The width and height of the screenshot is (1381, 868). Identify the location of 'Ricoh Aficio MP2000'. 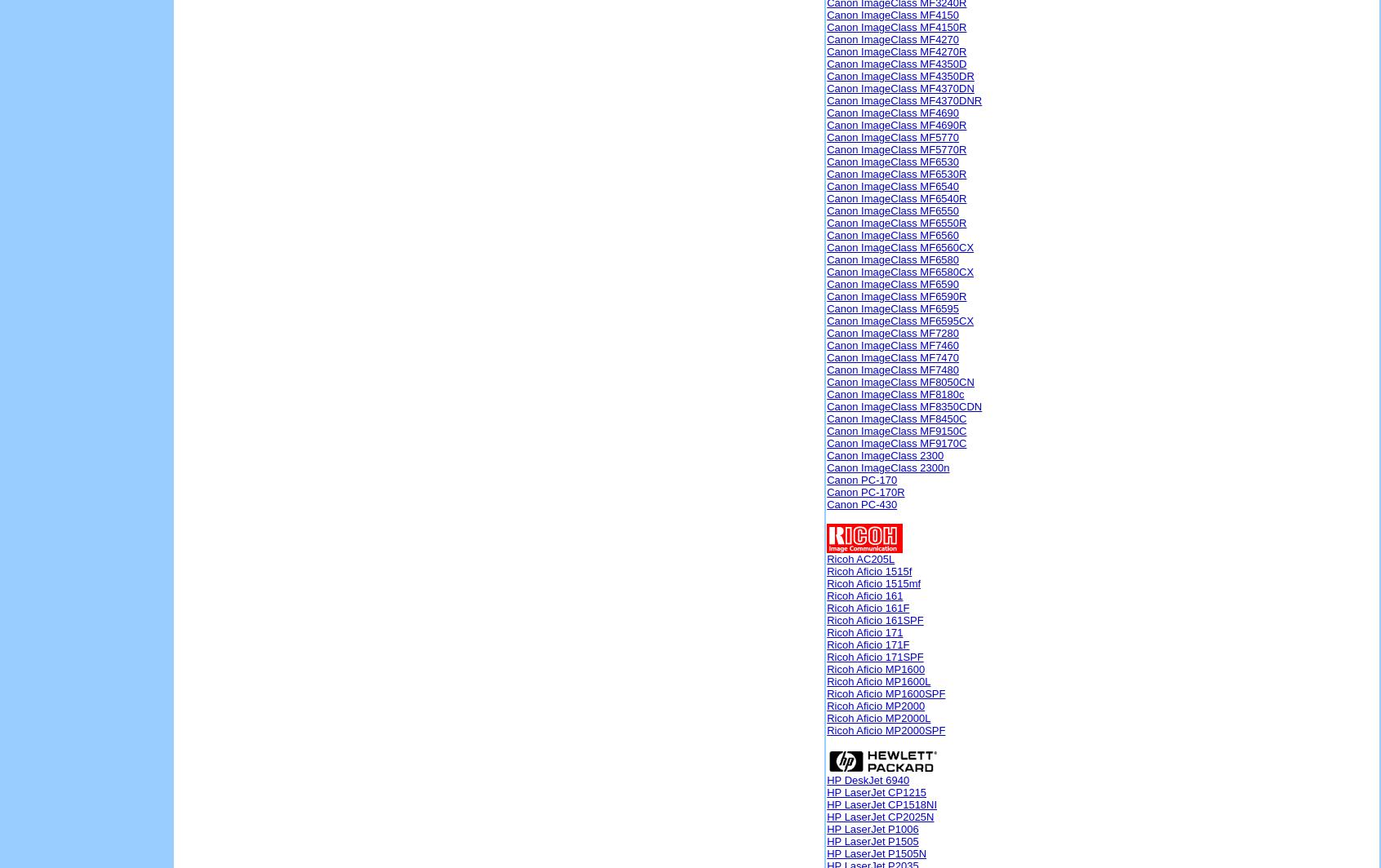
(876, 706).